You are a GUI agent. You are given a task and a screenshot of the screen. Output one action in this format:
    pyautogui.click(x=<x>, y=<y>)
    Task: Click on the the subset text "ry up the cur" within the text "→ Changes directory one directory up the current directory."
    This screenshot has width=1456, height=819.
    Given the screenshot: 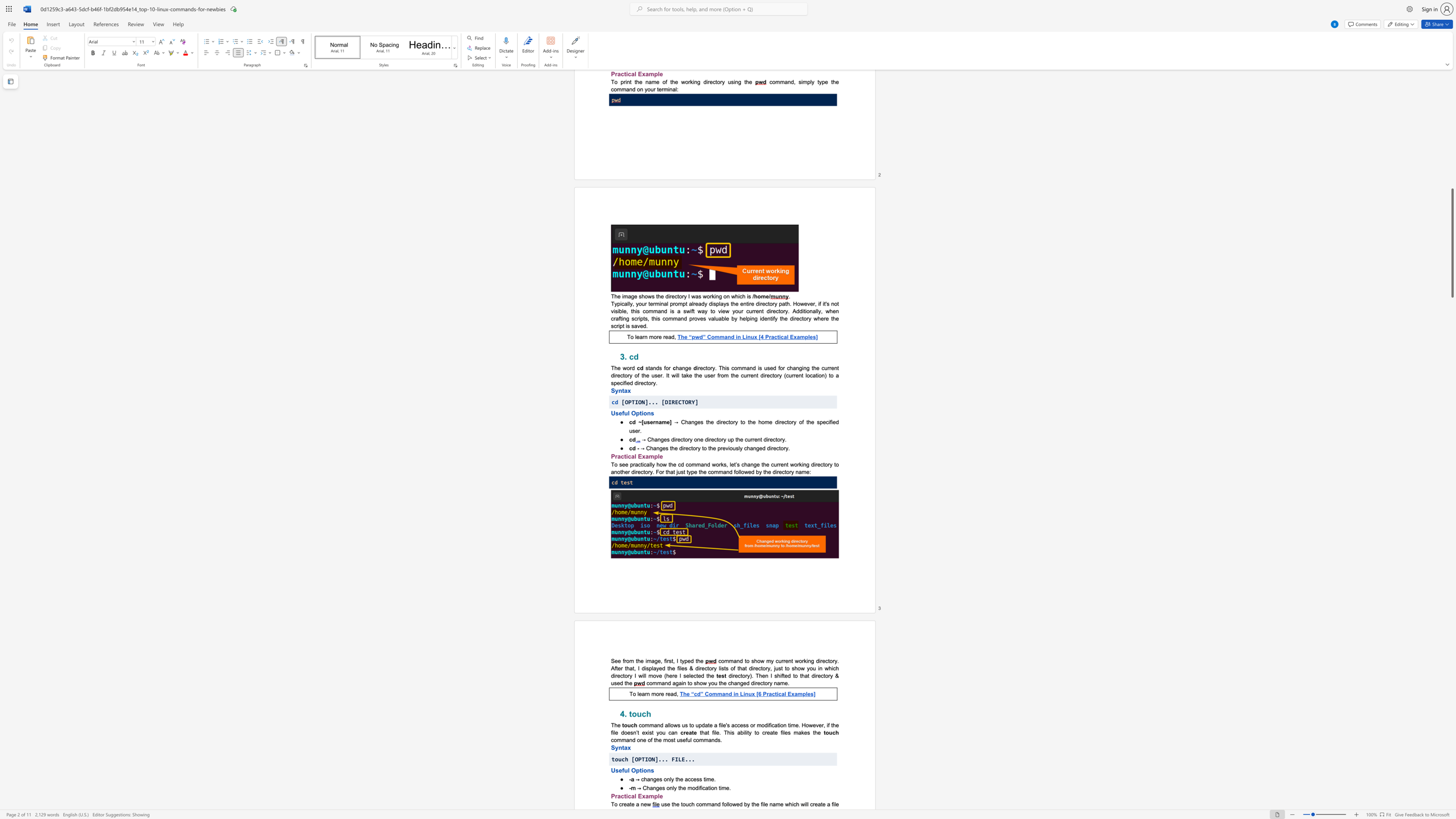 What is the action you would take?
    pyautogui.click(x=721, y=439)
    